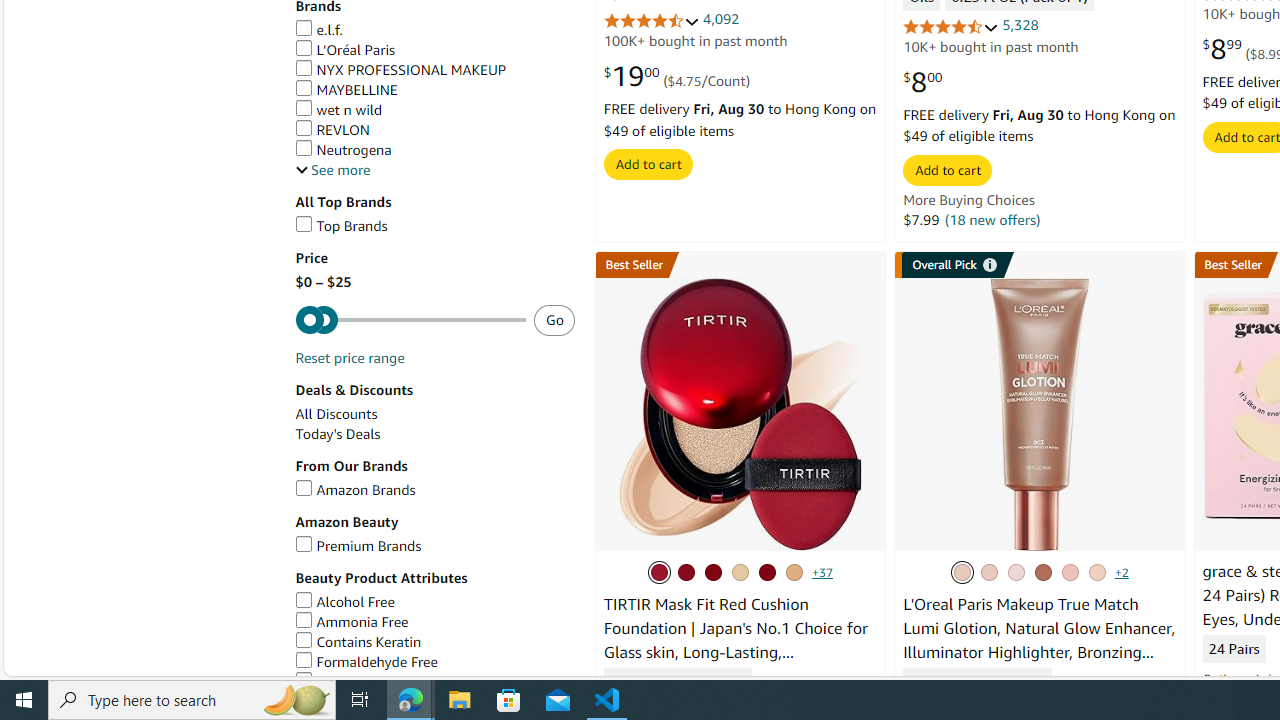 The image size is (1280, 720). What do you see at coordinates (989, 572) in the screenshot?
I see `'901 Fair'` at bounding box center [989, 572].